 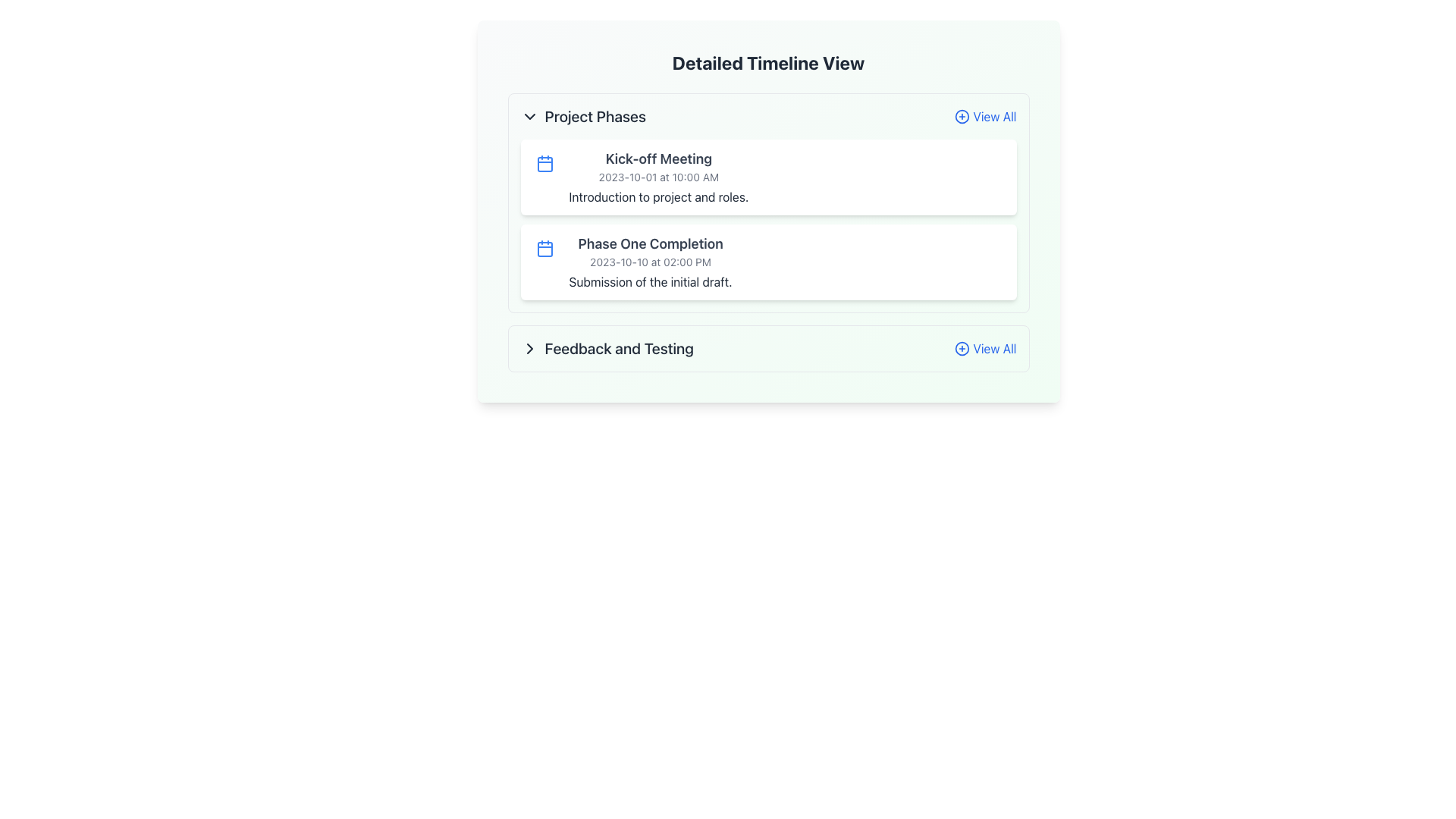 I want to click on the small, blue-colored calendar icon located on the left side of the 'Phase One Completion' section, which is the first visible item in the list under 'Project Phases', so click(x=544, y=247).